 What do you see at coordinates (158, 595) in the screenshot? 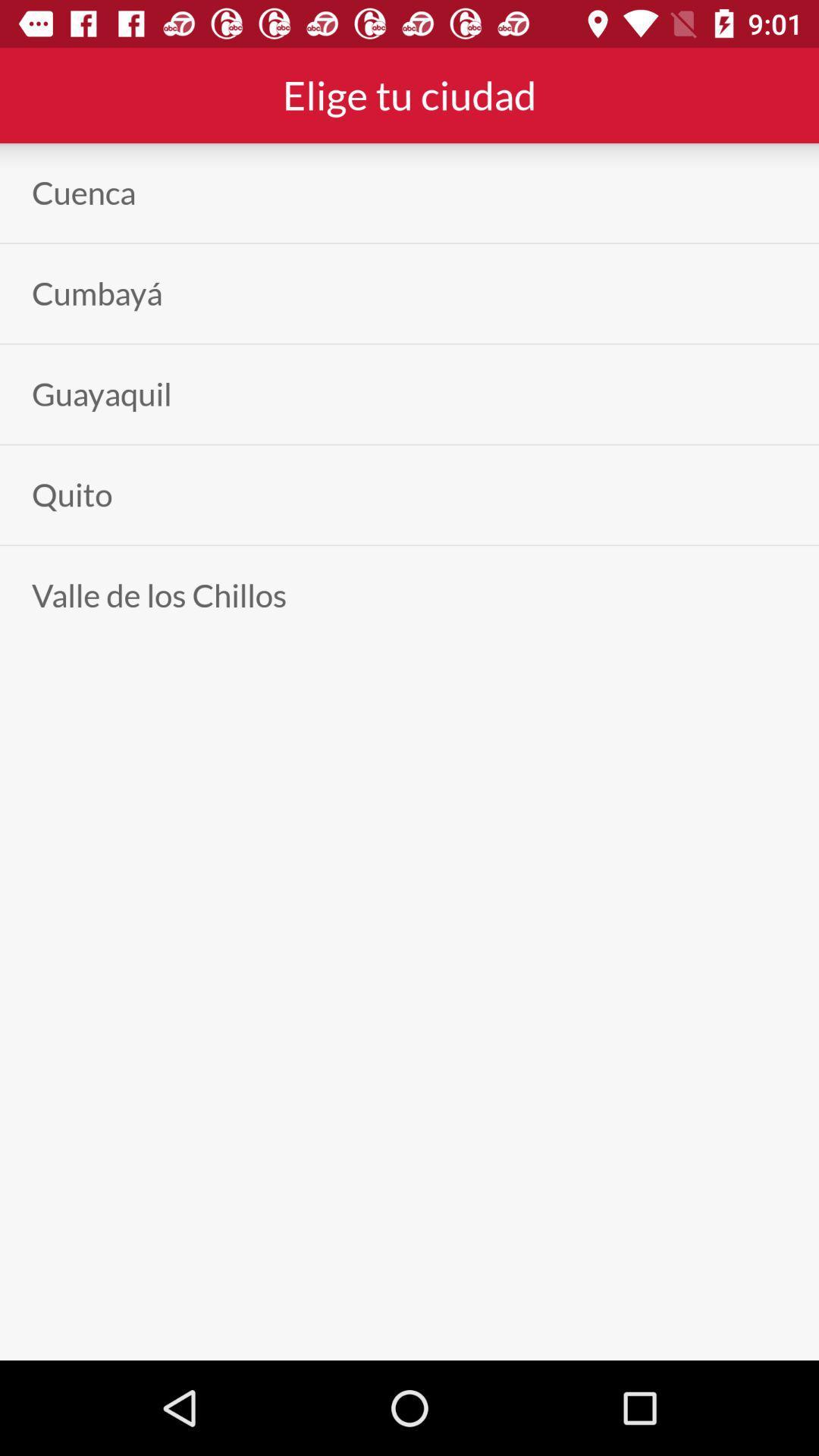
I see `icon below the quito` at bounding box center [158, 595].